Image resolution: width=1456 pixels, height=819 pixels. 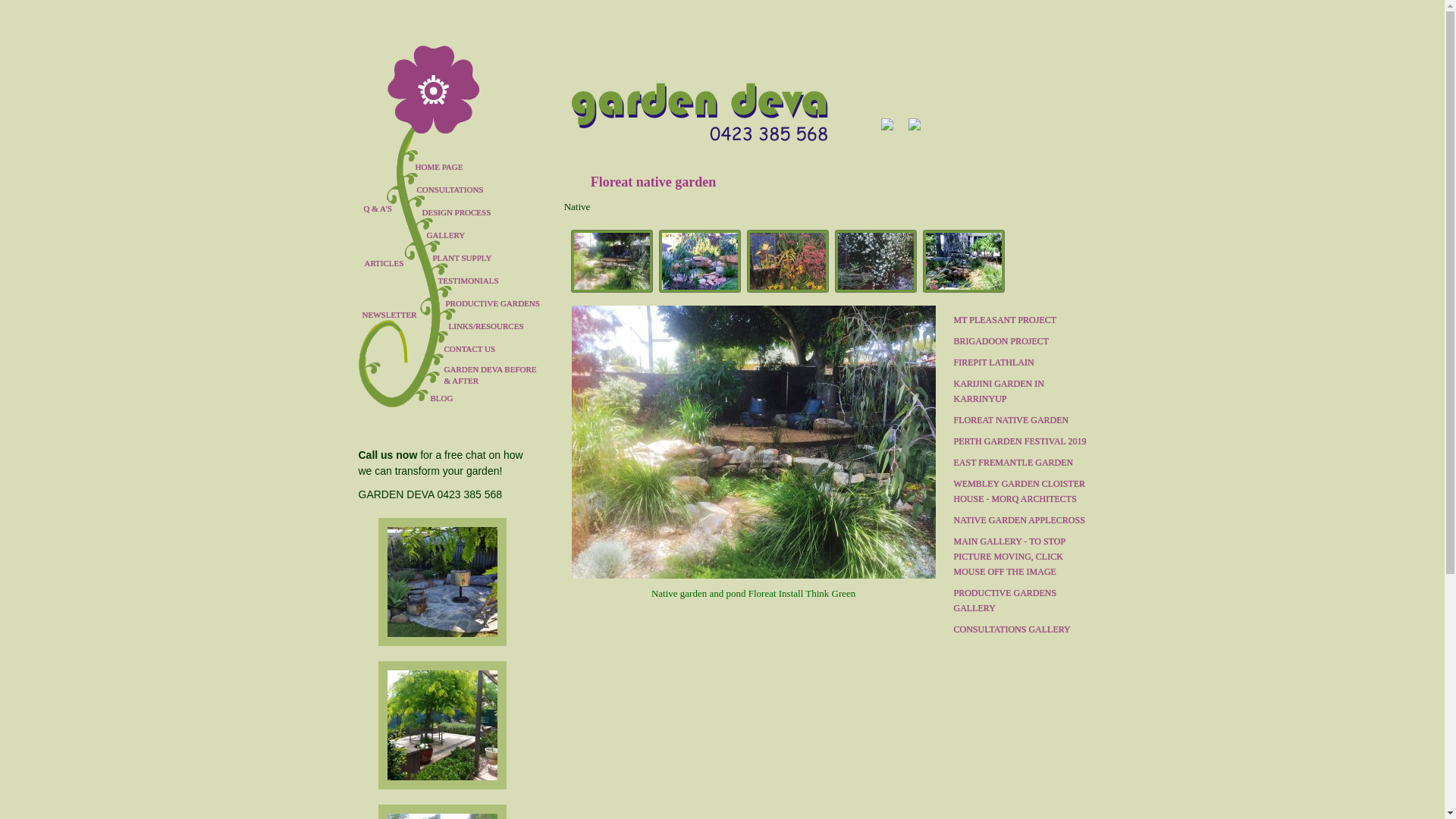 I want to click on 'DESIGN PROCESS', so click(x=488, y=212).